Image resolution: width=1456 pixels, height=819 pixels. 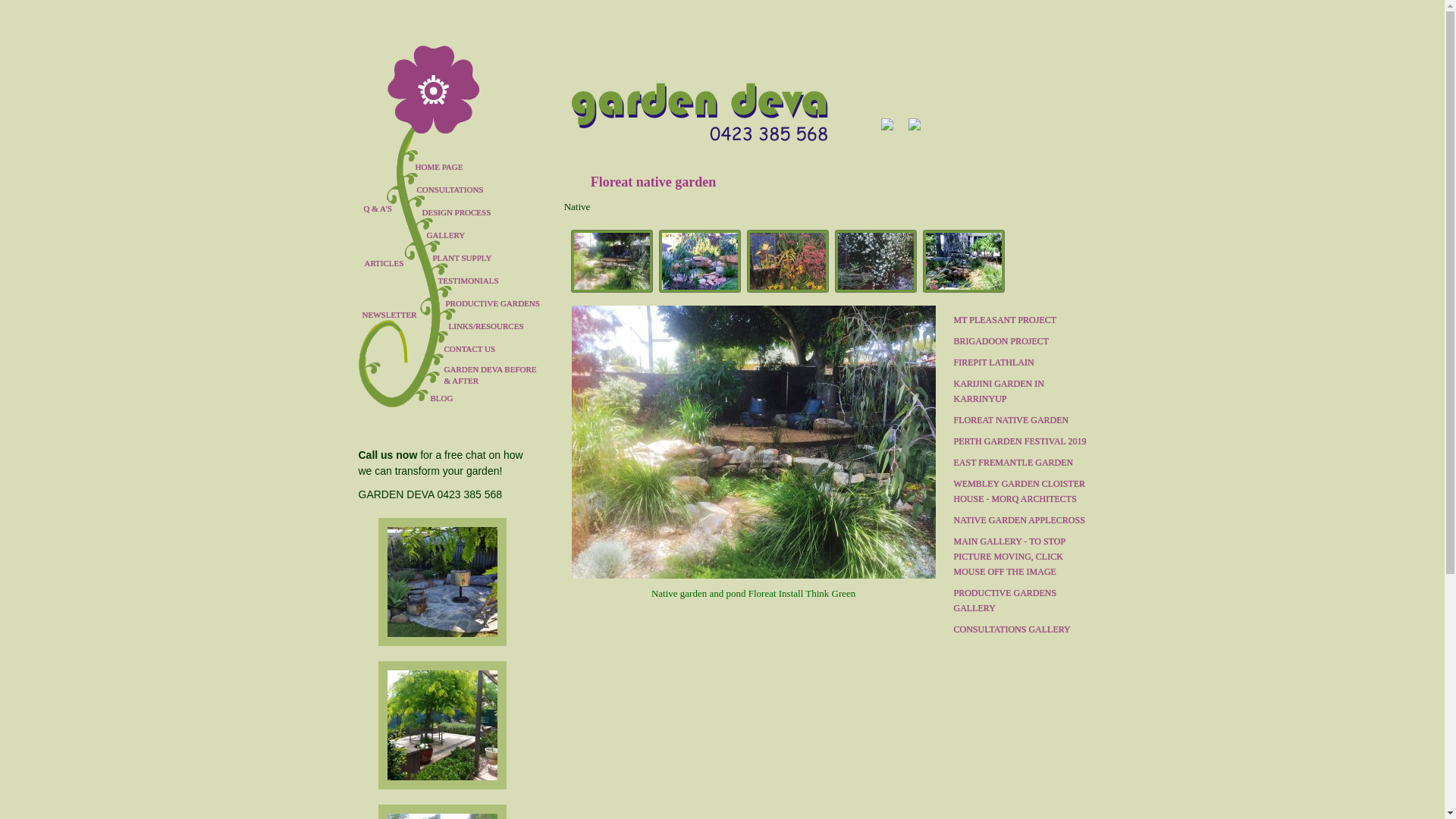 I want to click on 'DESIGN PROCESS', so click(x=488, y=212).